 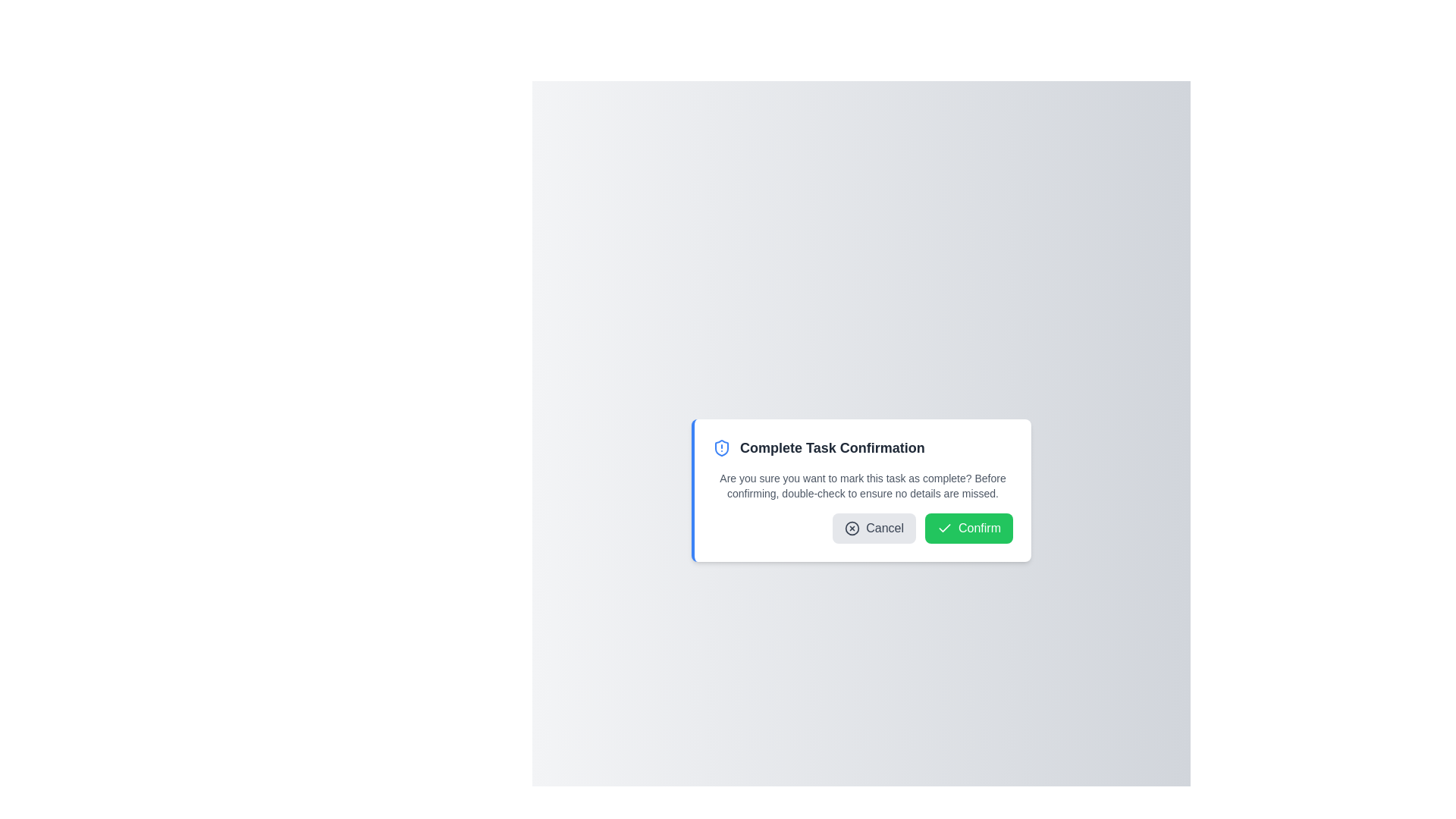 I want to click on the primary body of the blue-tinted shield icon located in the top-left section of the confirmation modal, so click(x=720, y=447).